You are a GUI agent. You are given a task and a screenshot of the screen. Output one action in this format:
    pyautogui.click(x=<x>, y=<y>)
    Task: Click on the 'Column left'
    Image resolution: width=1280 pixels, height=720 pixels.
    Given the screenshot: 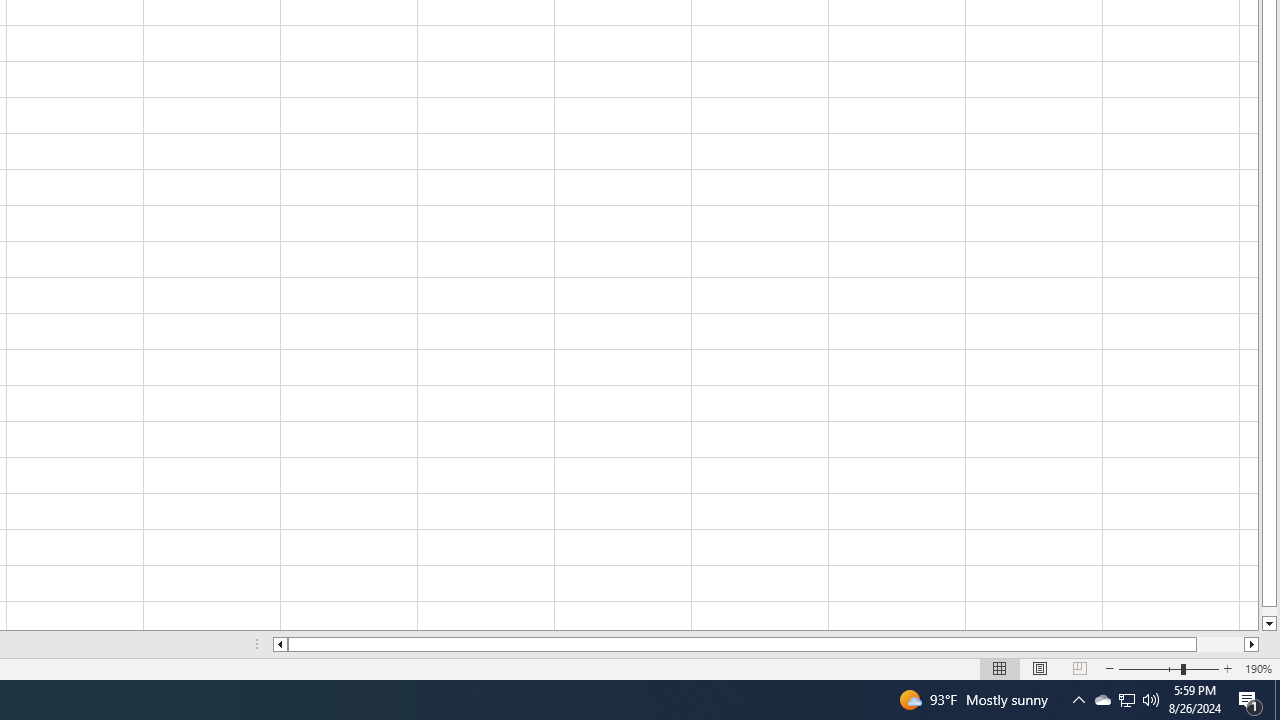 What is the action you would take?
    pyautogui.click(x=278, y=644)
    